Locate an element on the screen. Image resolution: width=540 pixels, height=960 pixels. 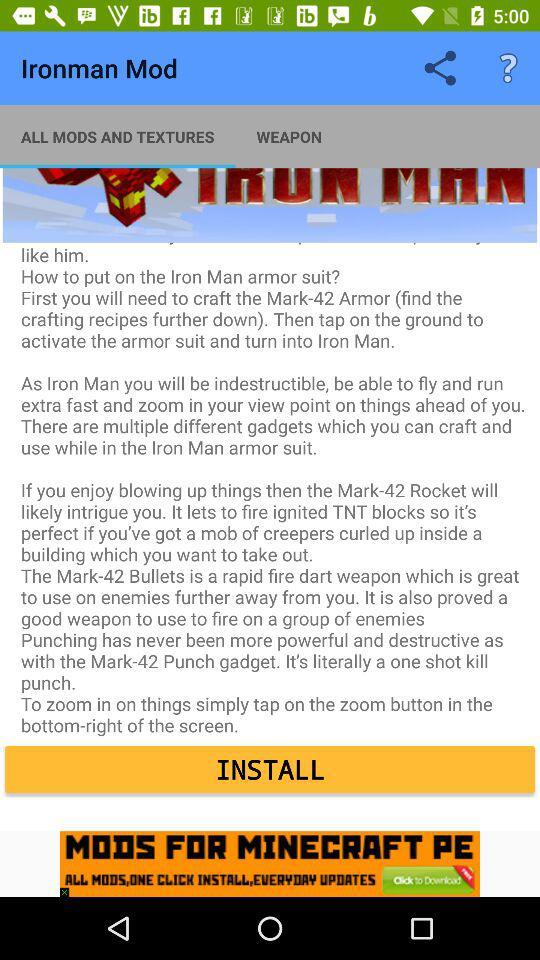
all mods and item is located at coordinates (117, 135).